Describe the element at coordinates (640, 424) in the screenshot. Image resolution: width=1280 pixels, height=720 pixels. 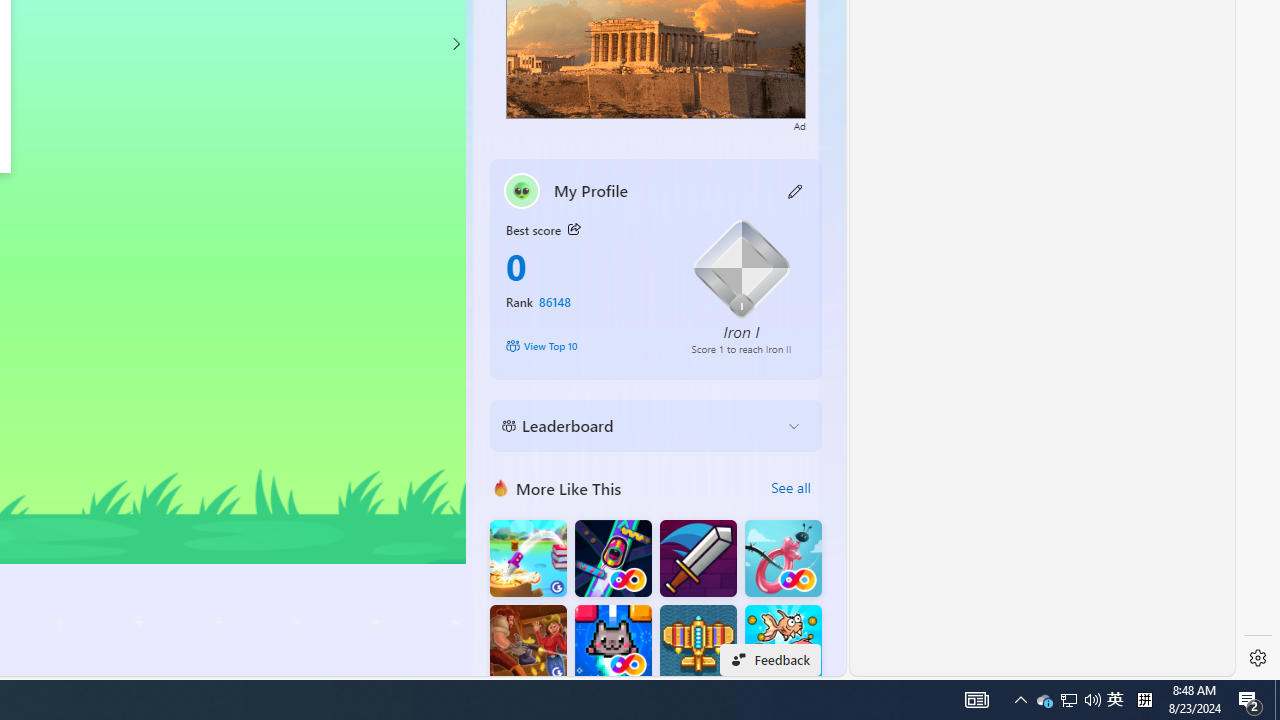
I see `'Leaderboard'` at that location.